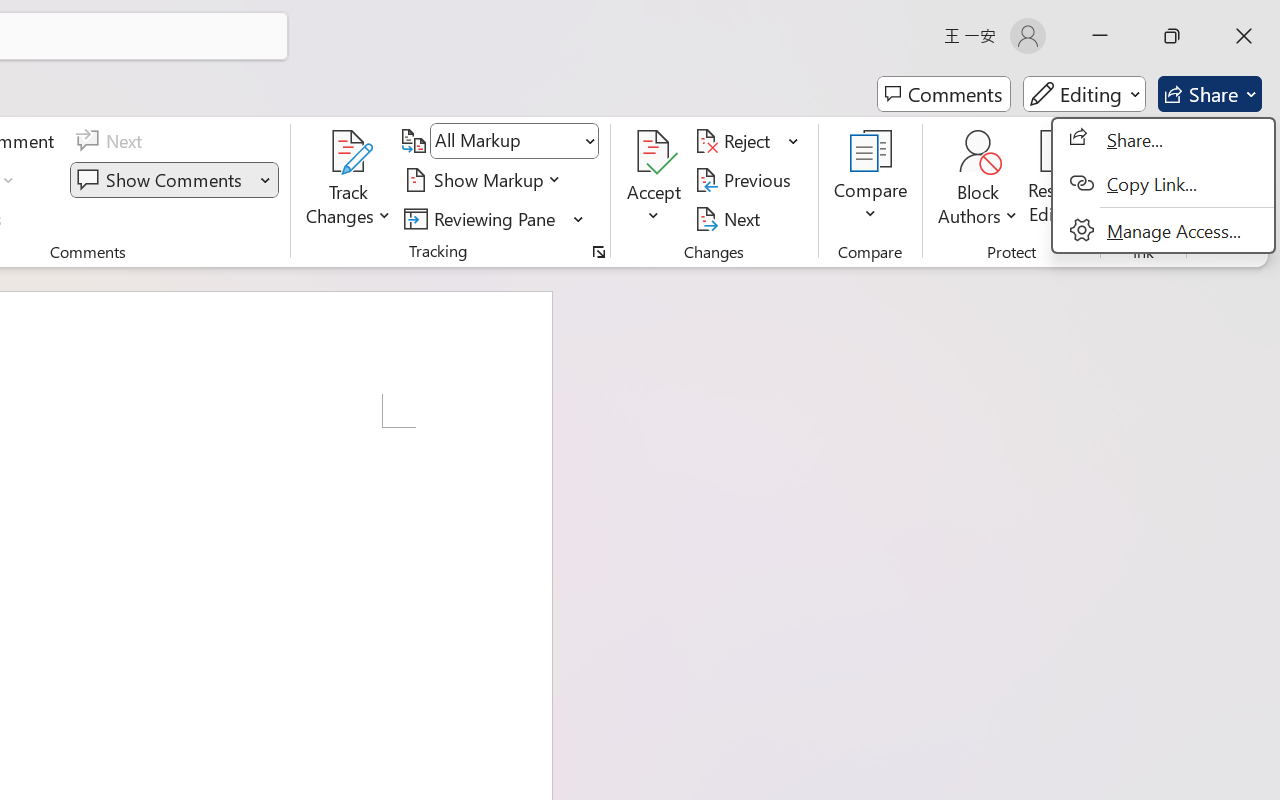 The image size is (1280, 800). Describe the element at coordinates (745, 179) in the screenshot. I see `'Previous'` at that location.